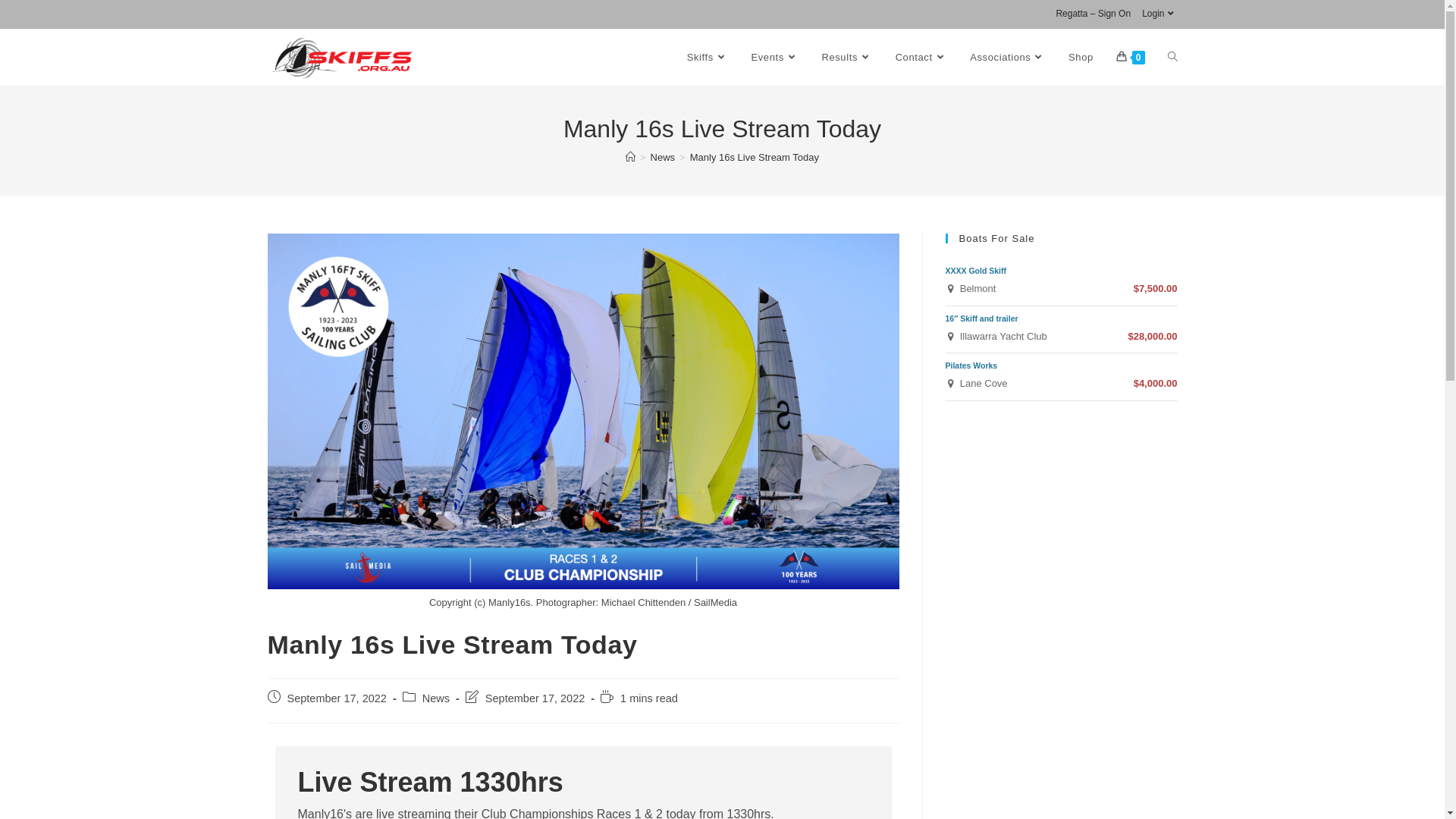 This screenshot has width=1456, height=819. I want to click on 'Associations', so click(1008, 57).